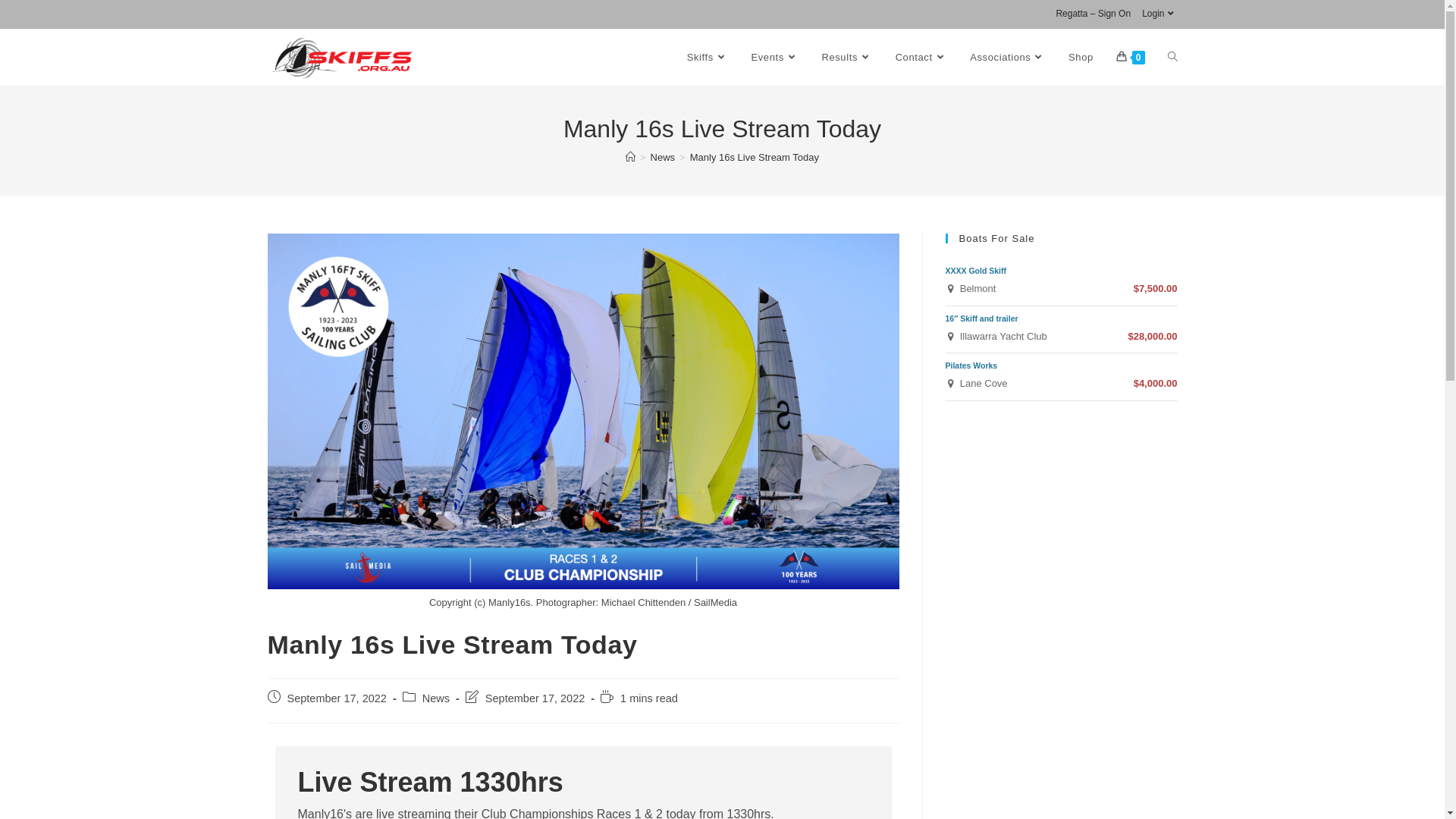 This screenshot has width=1456, height=819. I want to click on 'Associations', so click(1008, 57).